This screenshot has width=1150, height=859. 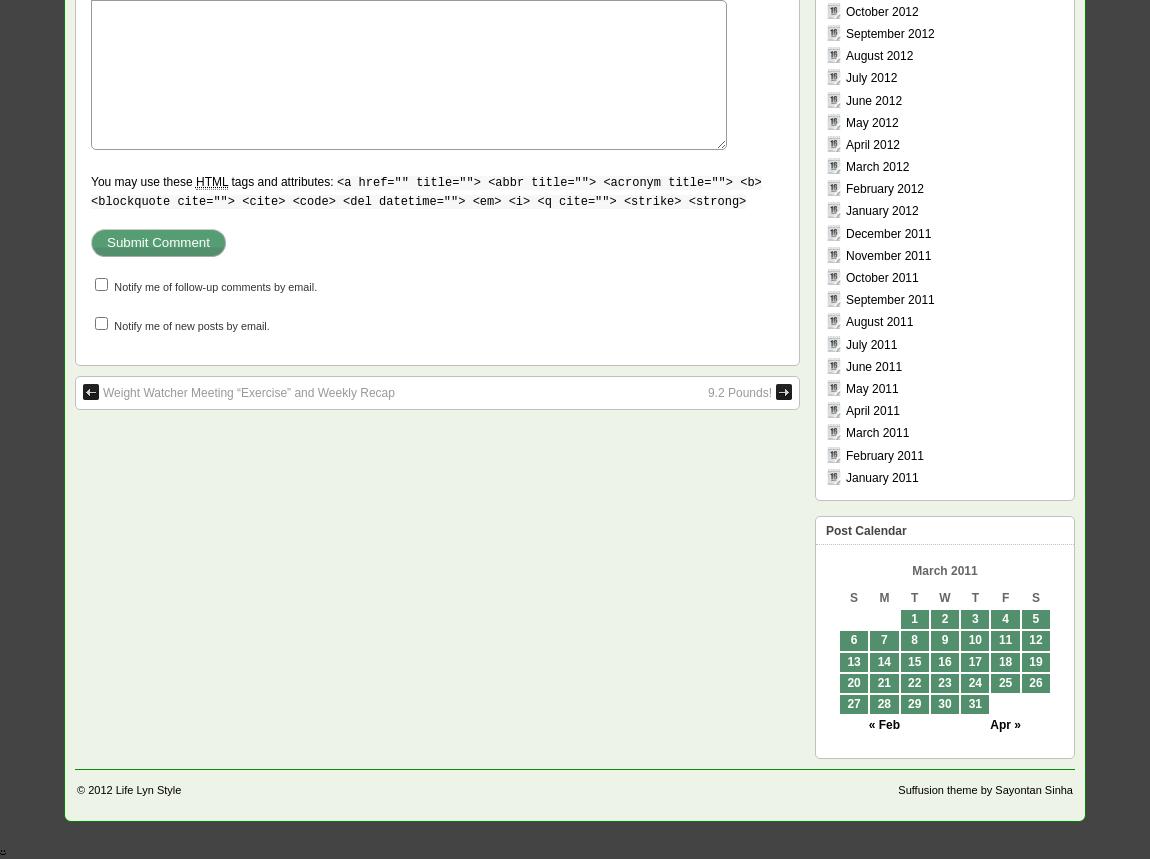 What do you see at coordinates (1035, 618) in the screenshot?
I see `'5'` at bounding box center [1035, 618].